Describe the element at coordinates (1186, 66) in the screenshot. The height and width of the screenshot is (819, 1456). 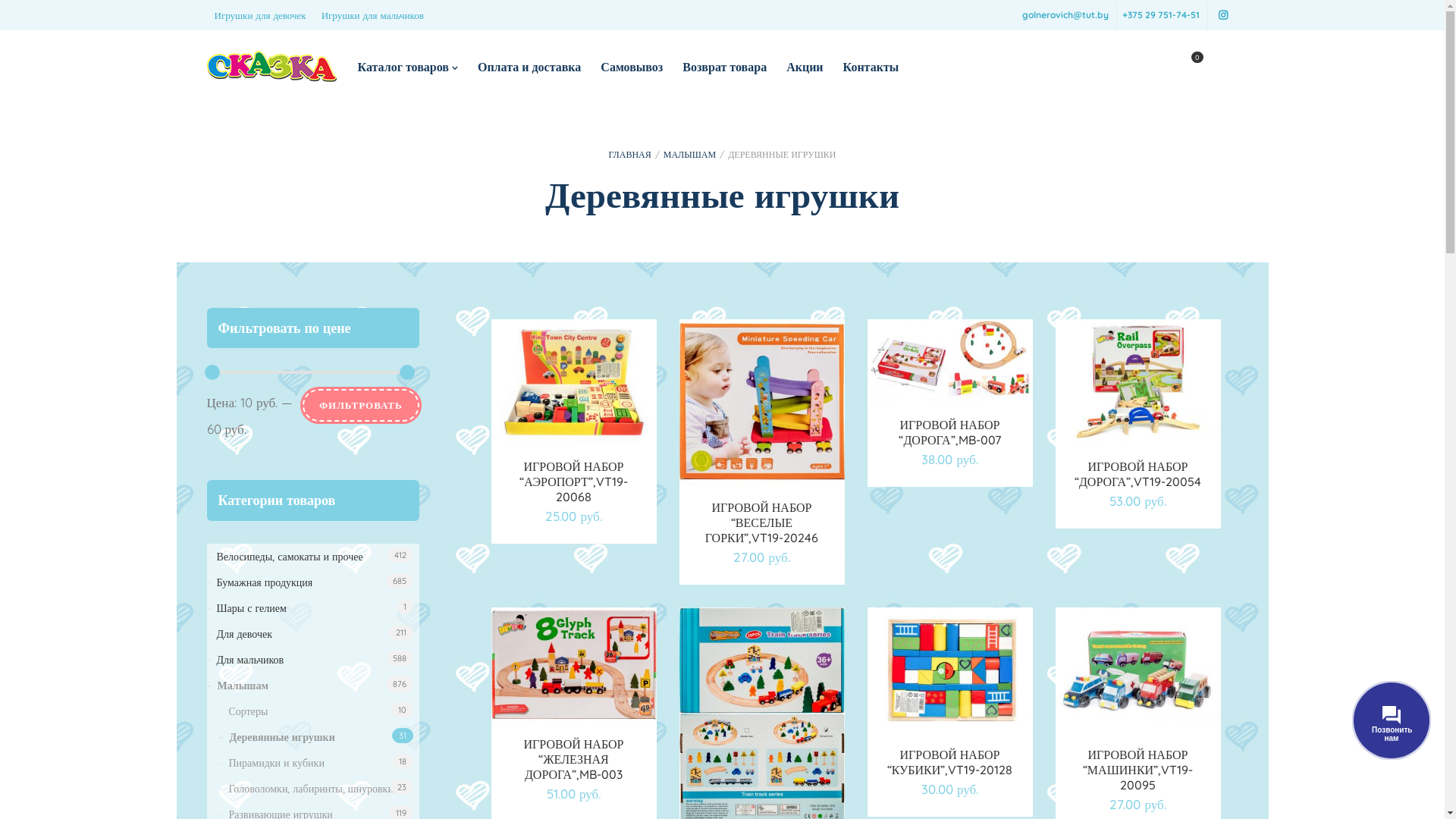
I see `'0'` at that location.